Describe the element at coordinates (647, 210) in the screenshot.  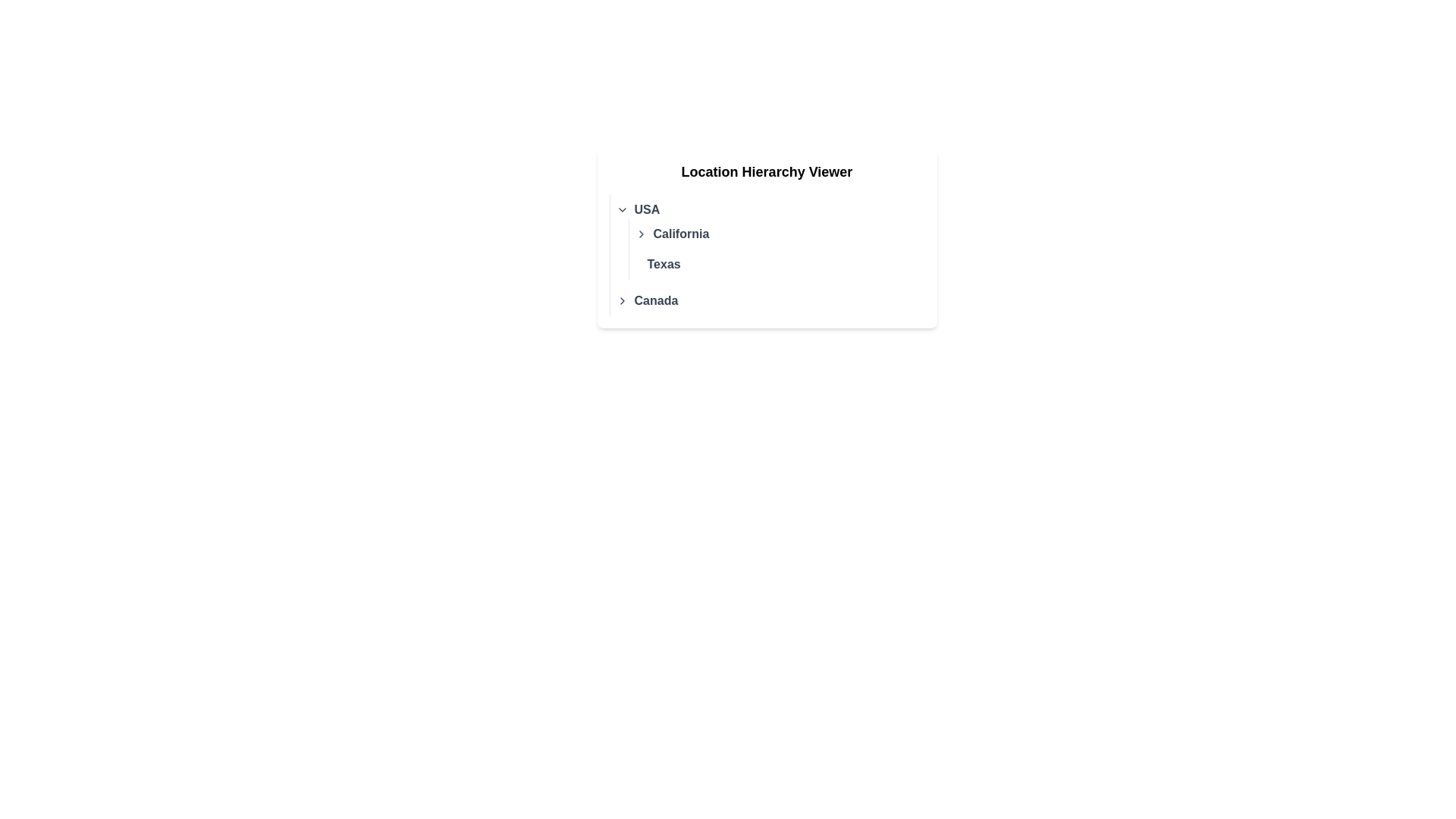
I see `the 'USA' text label within the Location Hierarchy Viewer` at that location.